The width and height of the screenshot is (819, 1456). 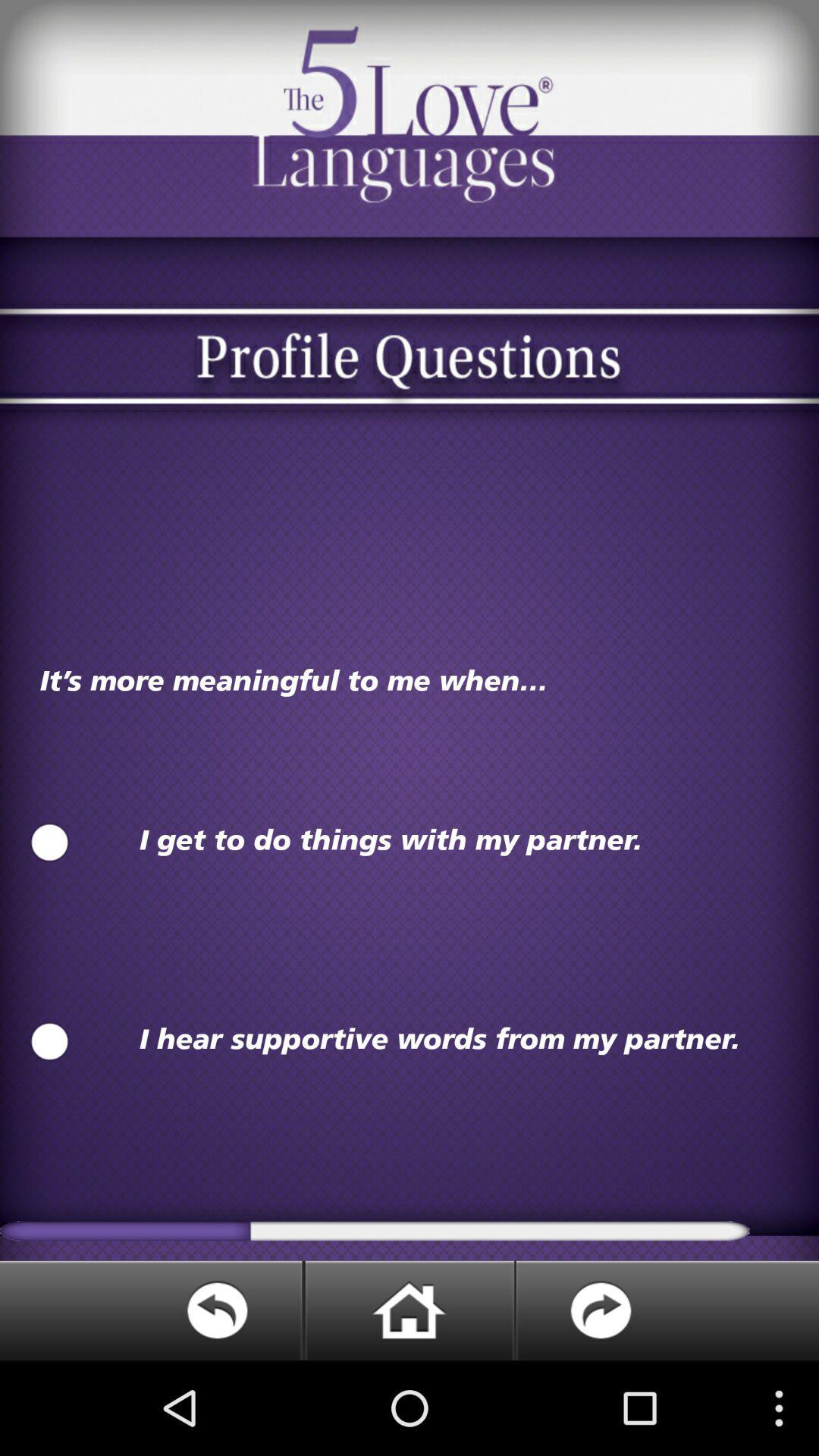 I want to click on on, so click(x=49, y=1040).